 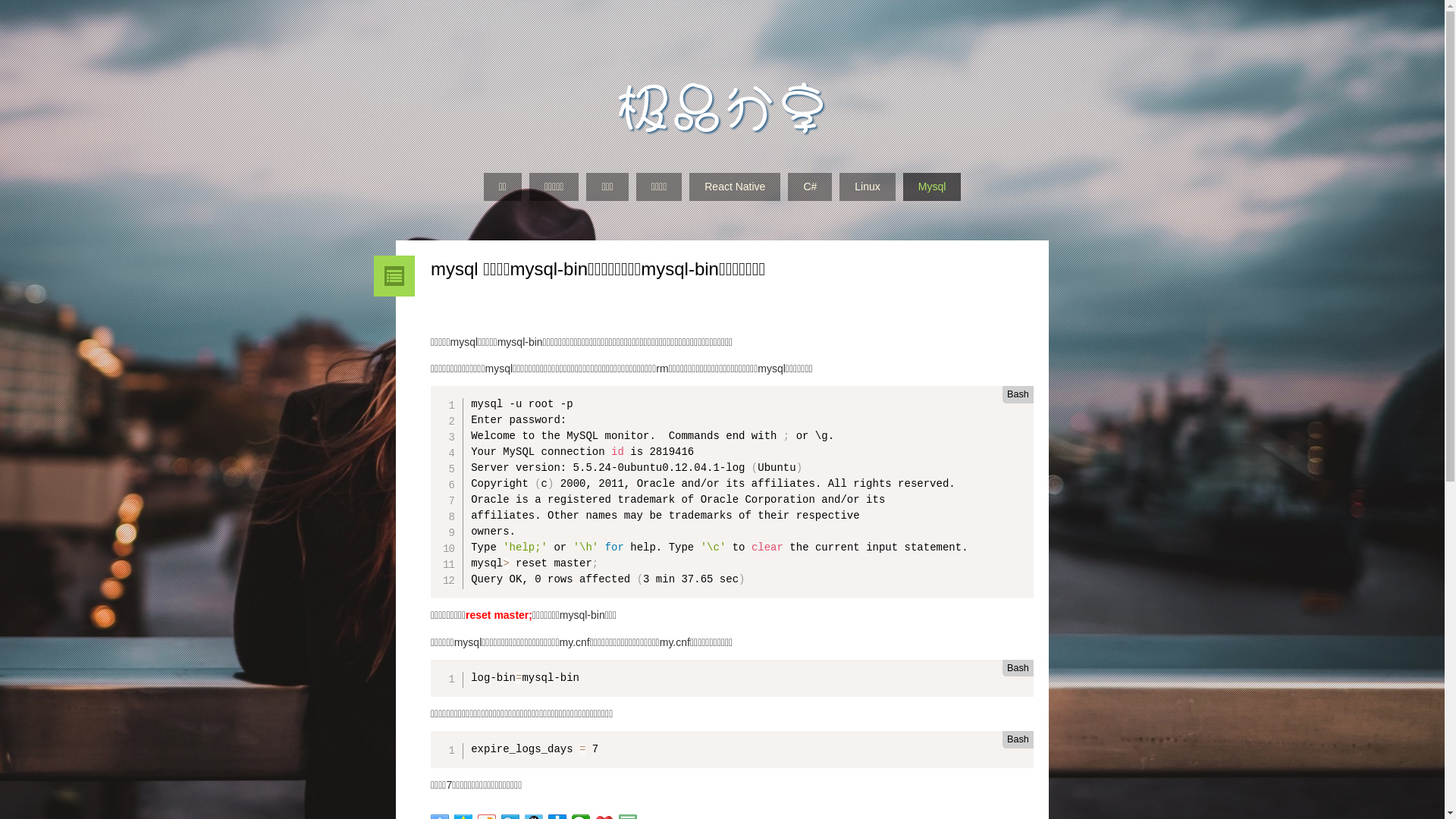 What do you see at coordinates (867, 186) in the screenshot?
I see `'Linux'` at bounding box center [867, 186].